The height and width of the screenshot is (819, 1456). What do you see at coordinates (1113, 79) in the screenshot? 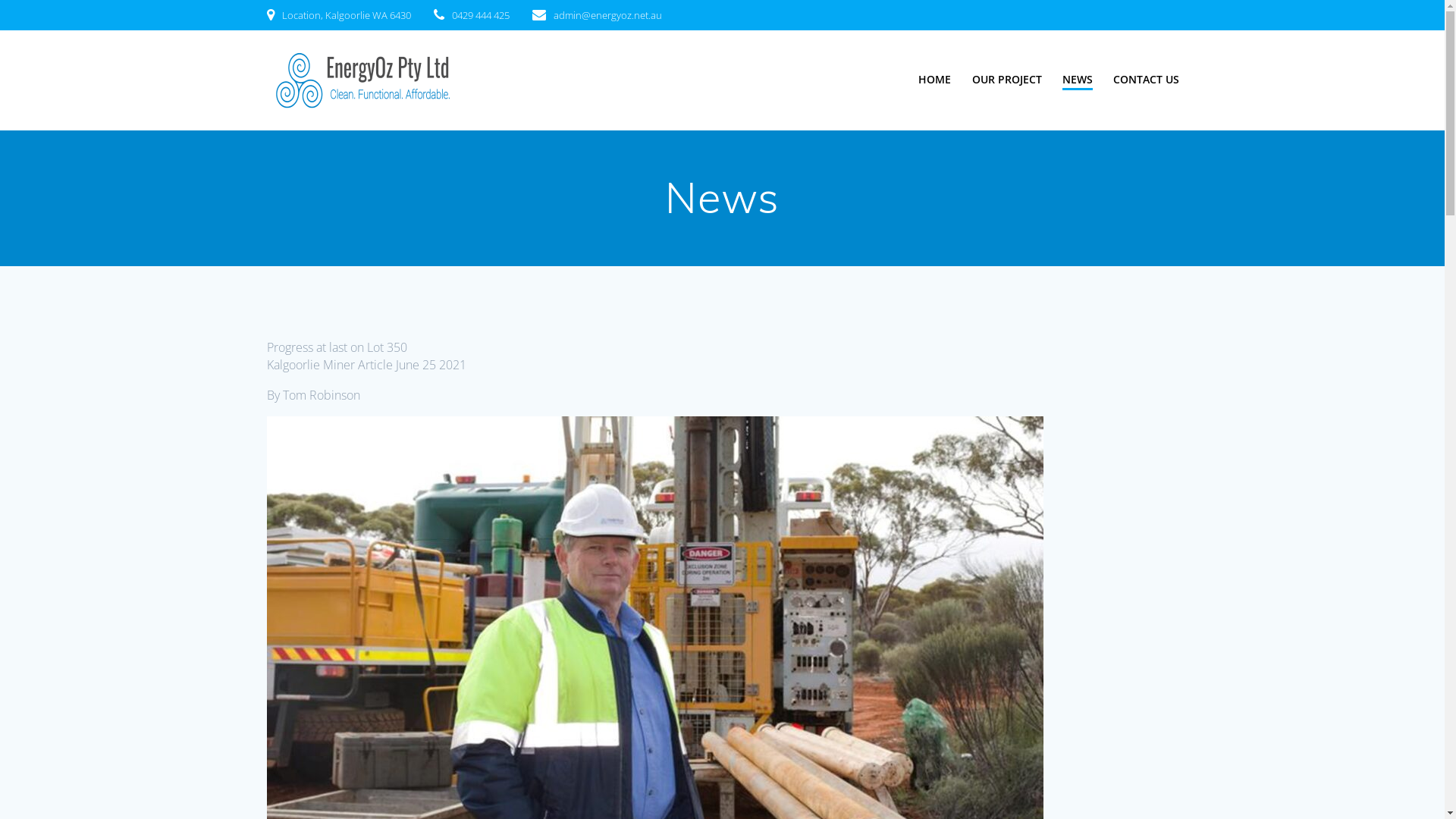
I see `'CONTACT US'` at bounding box center [1113, 79].